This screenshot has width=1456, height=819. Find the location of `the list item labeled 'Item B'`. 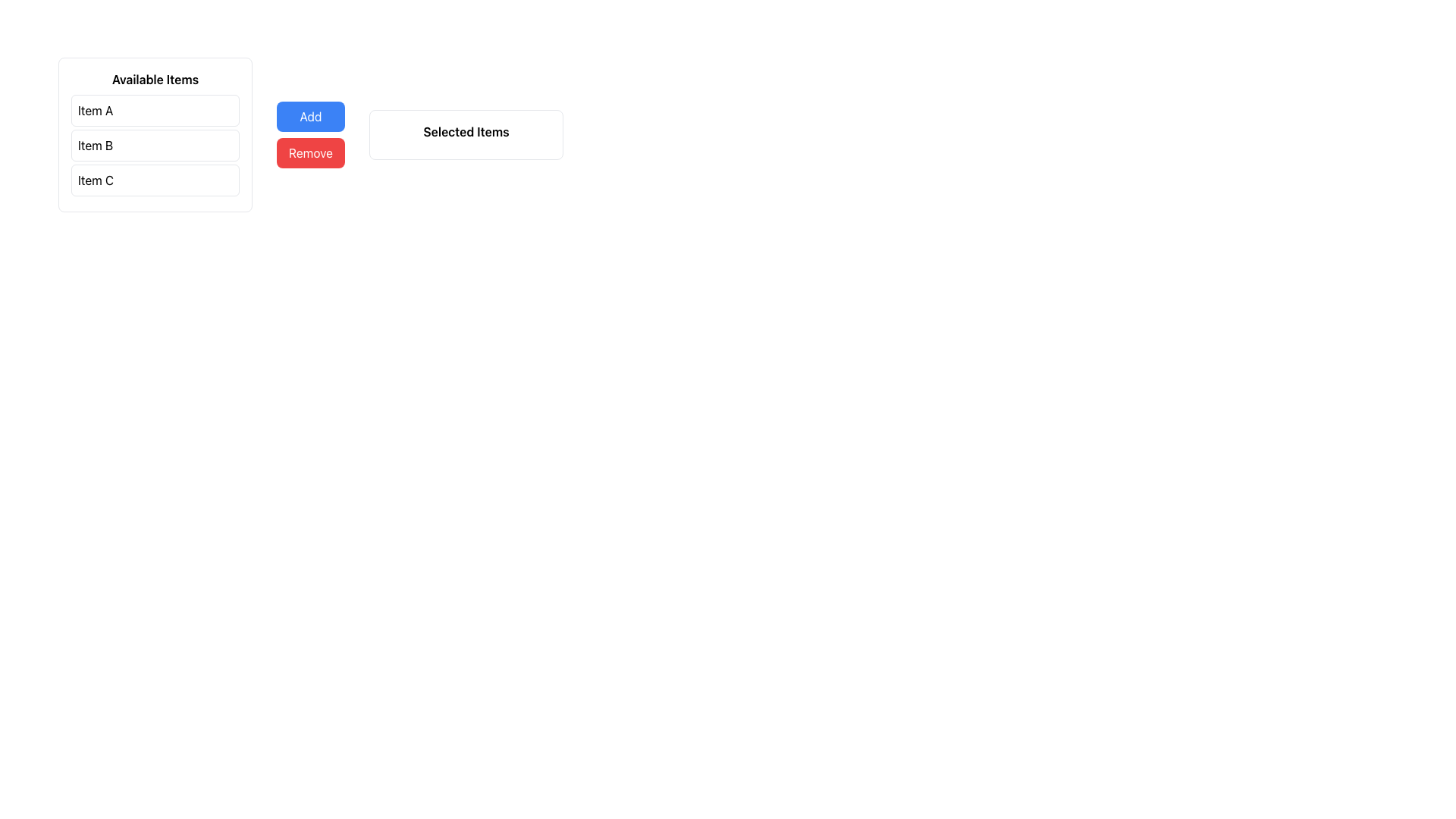

the list item labeled 'Item B' is located at coordinates (155, 146).